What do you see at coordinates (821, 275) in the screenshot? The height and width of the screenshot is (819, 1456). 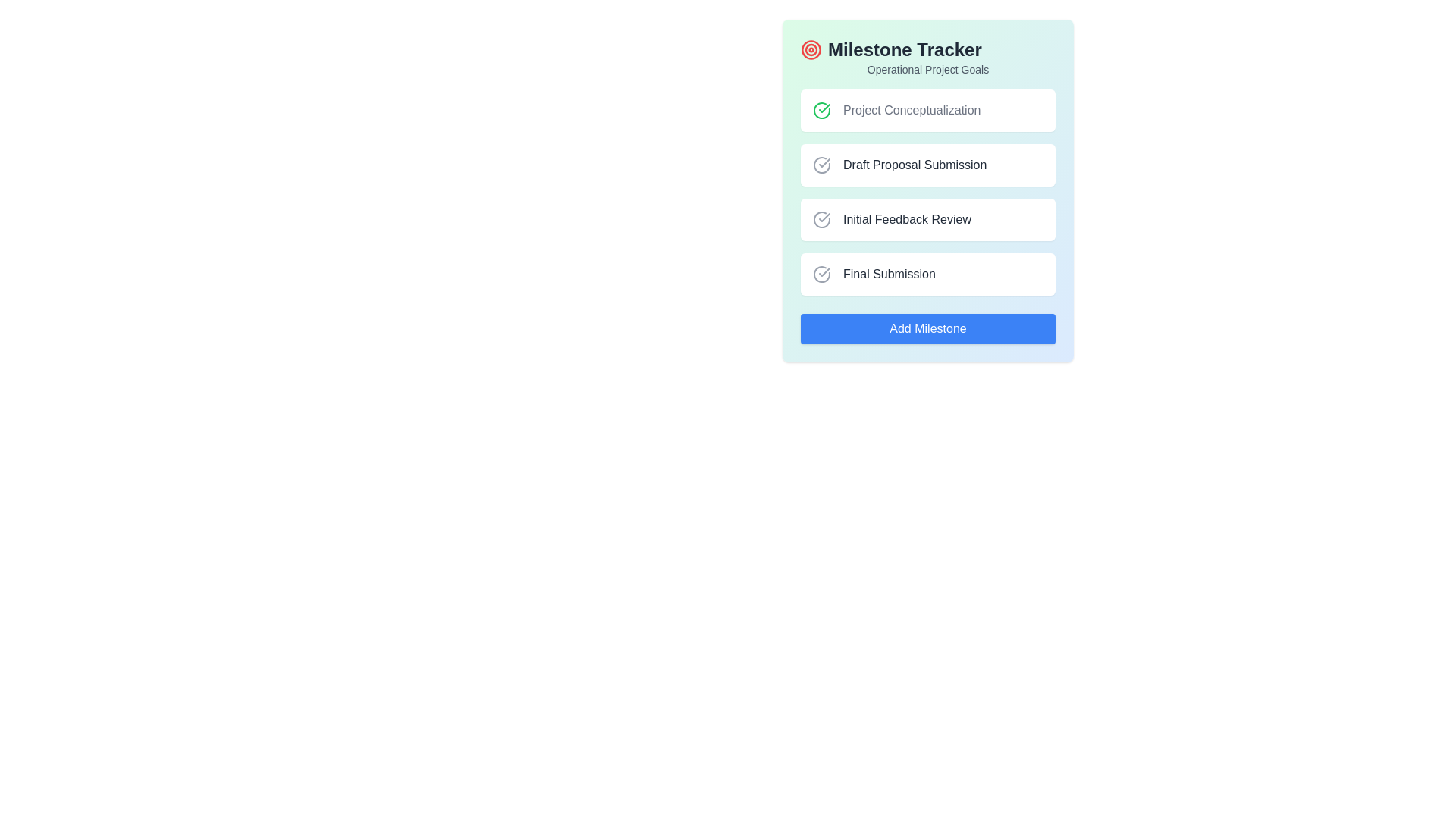 I see `the circular checkmark icon, which has a gray outline and is partially filled, for potential reordering within the section containing similar elements` at bounding box center [821, 275].